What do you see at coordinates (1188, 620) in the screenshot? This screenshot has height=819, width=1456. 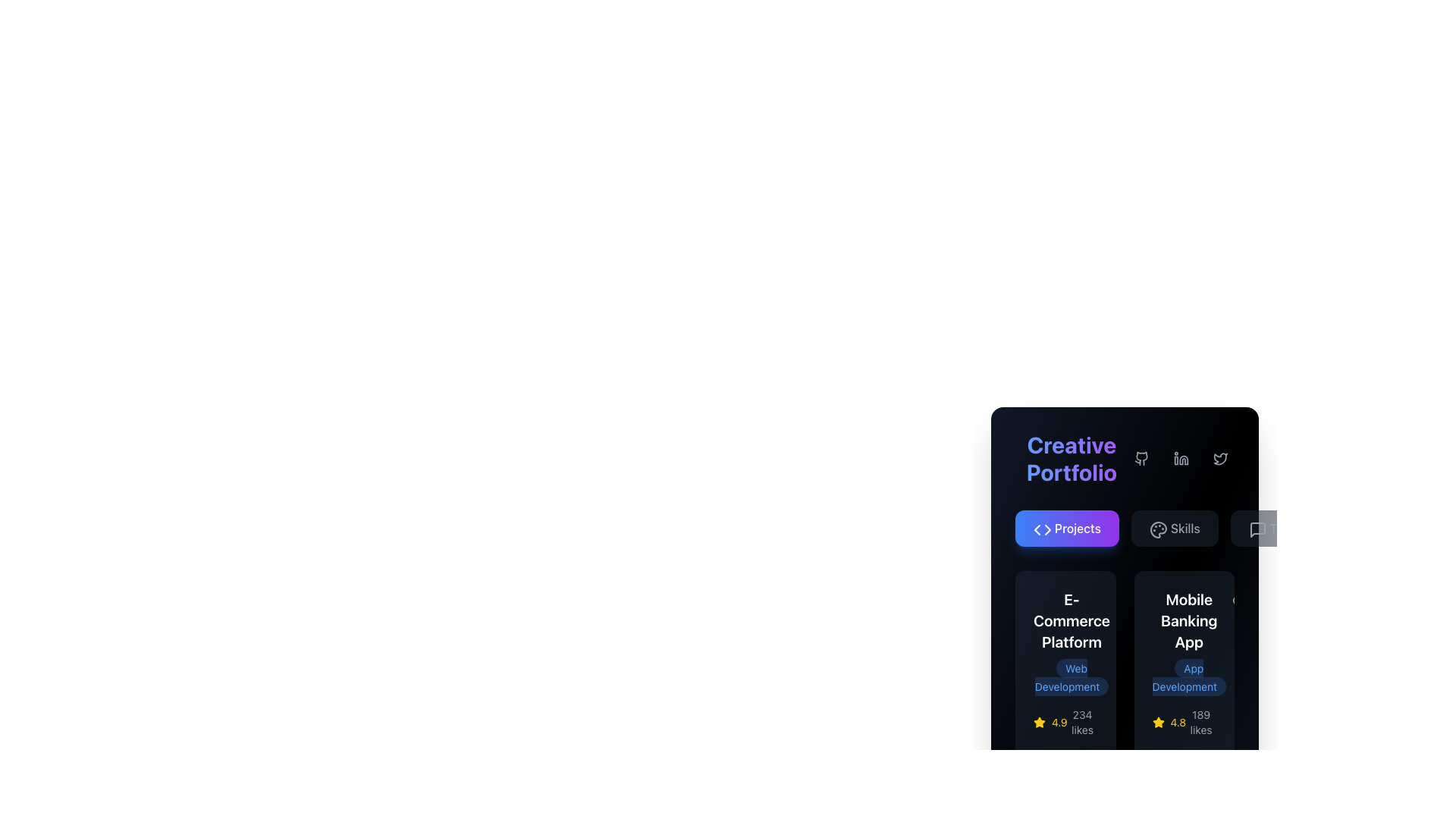 I see `the 'Mobile Banking App' title text to identify the associated project` at bounding box center [1188, 620].